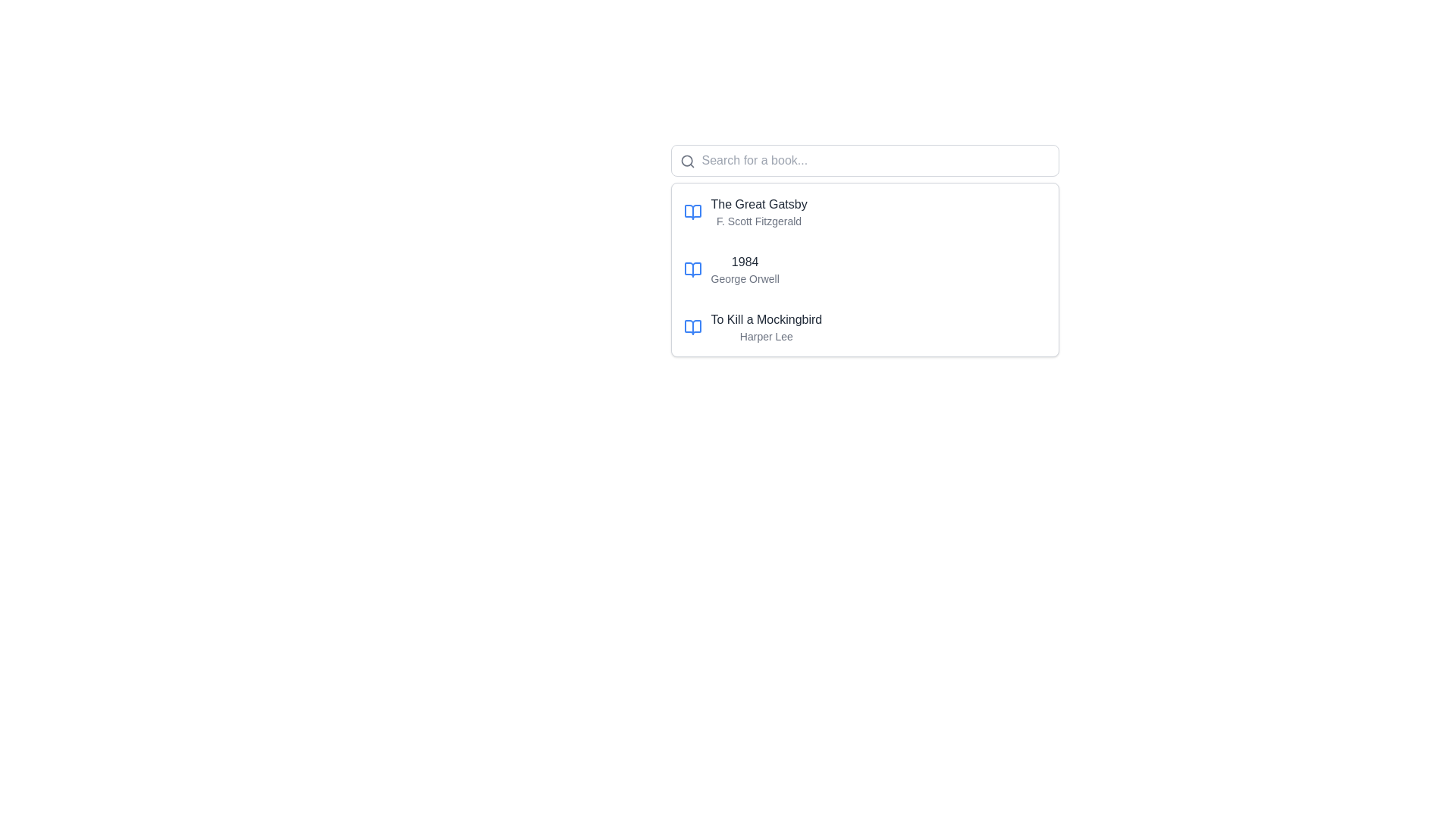 This screenshot has width=1456, height=819. I want to click on the text block displaying the title 'To Kill a Mockingbird' and author 'Harper Lee', which is the third item in a vertical list aligned to the left, so click(766, 327).